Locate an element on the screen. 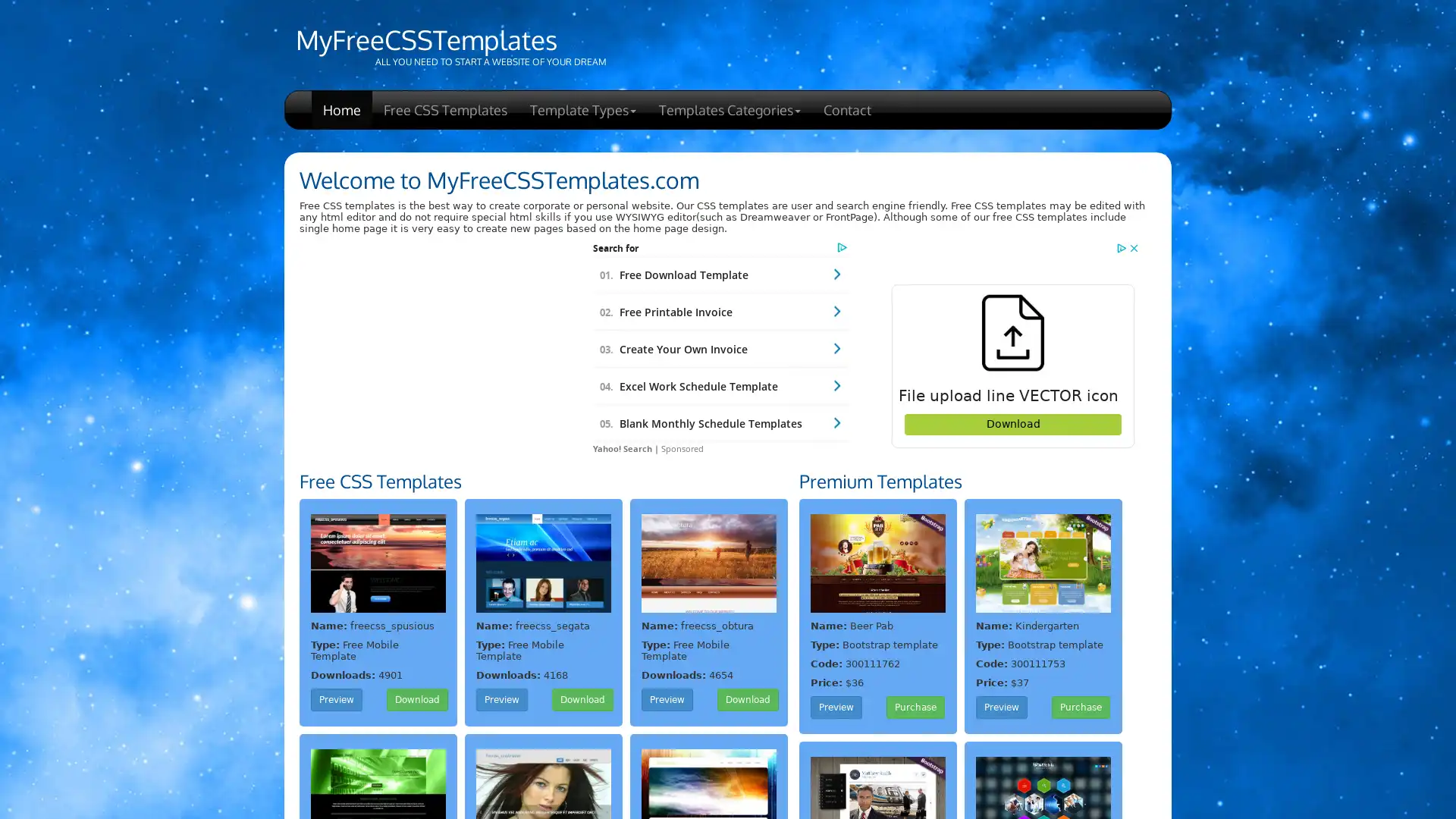  Purchase is located at coordinates (915, 708).